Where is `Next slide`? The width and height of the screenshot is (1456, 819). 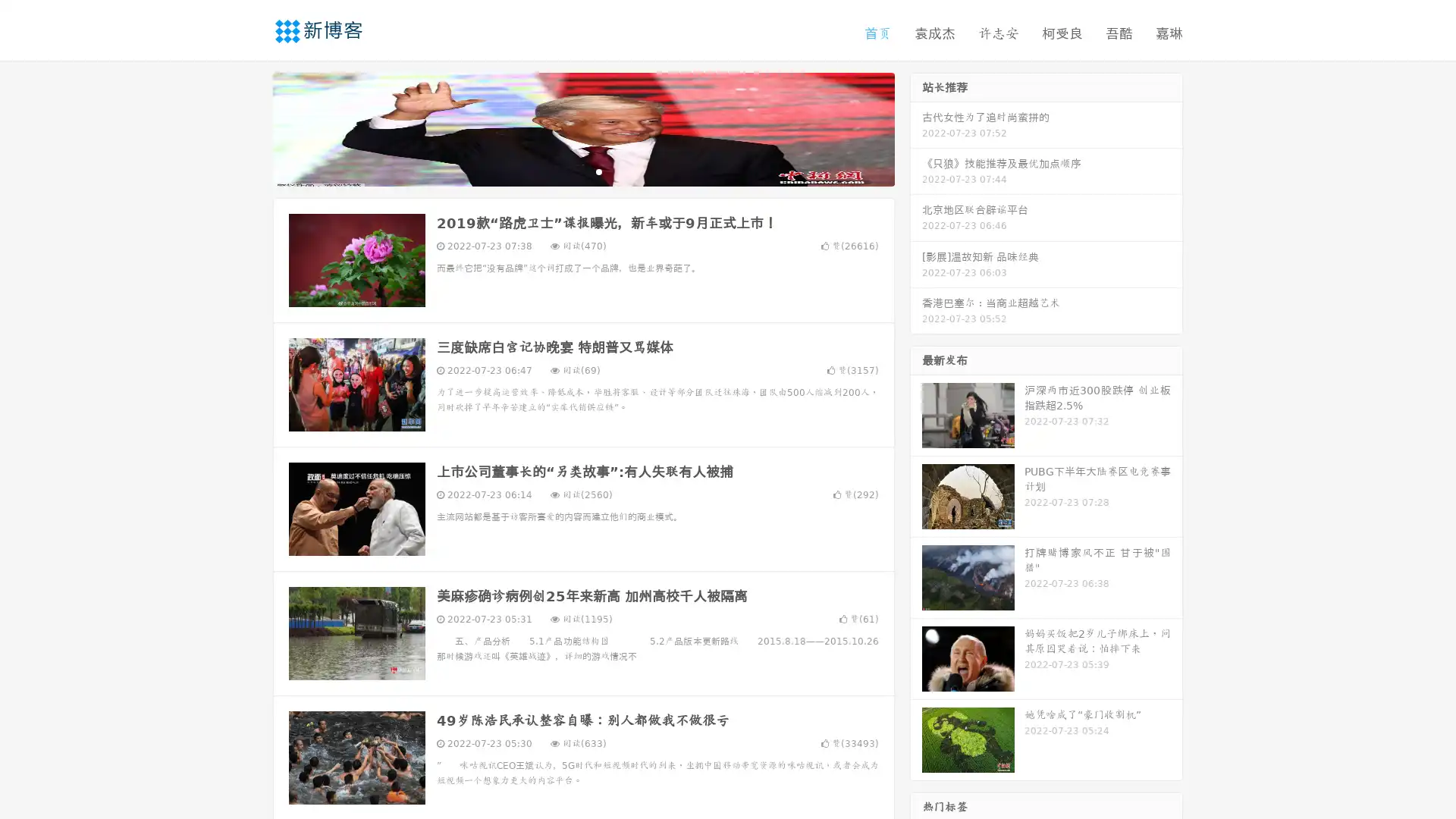
Next slide is located at coordinates (916, 127).